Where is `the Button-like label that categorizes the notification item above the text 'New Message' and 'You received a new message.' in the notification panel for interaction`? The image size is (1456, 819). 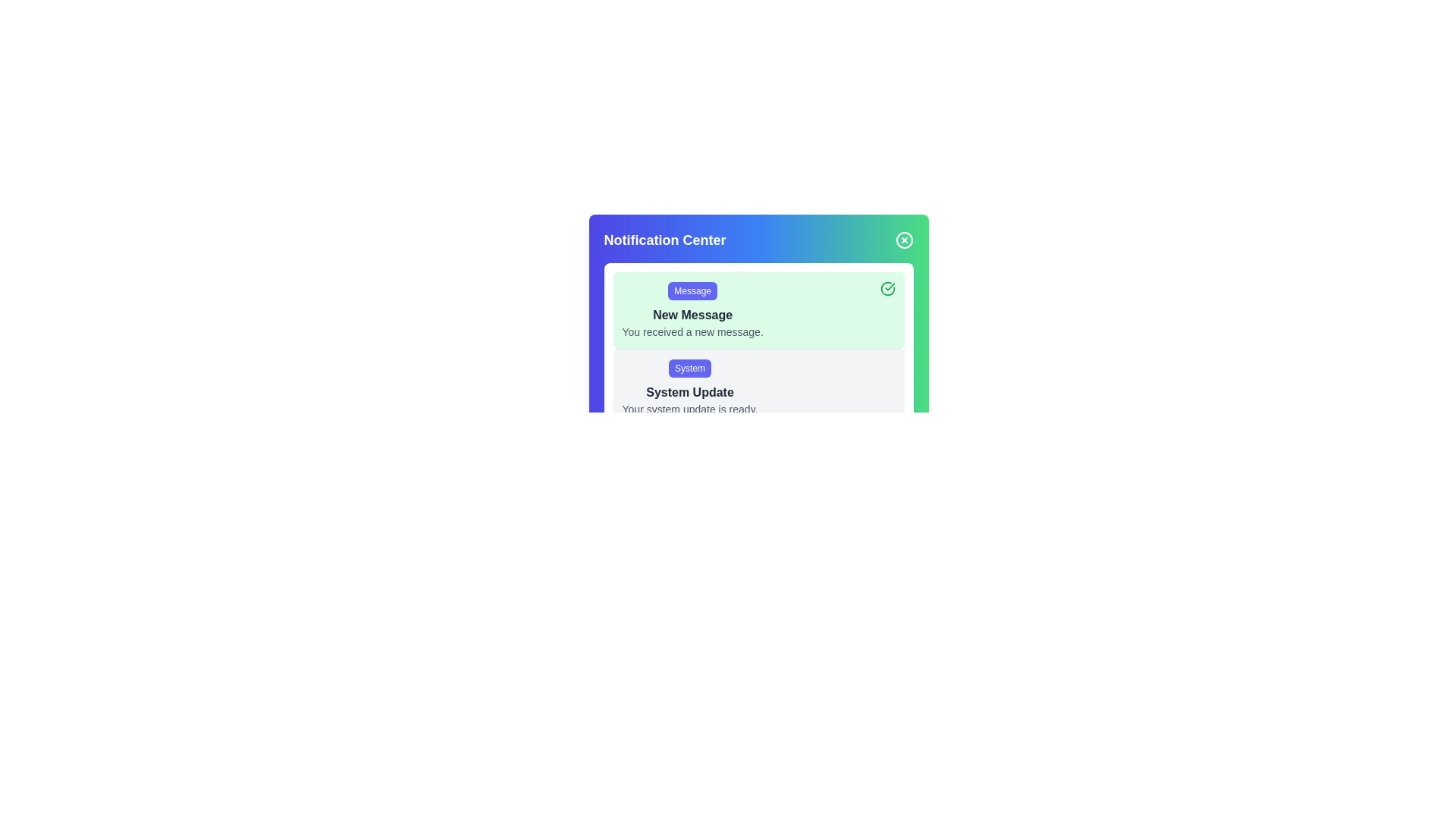 the Button-like label that categorizes the notification item above the text 'New Message' and 'You received a new message.' in the notification panel for interaction is located at coordinates (692, 291).